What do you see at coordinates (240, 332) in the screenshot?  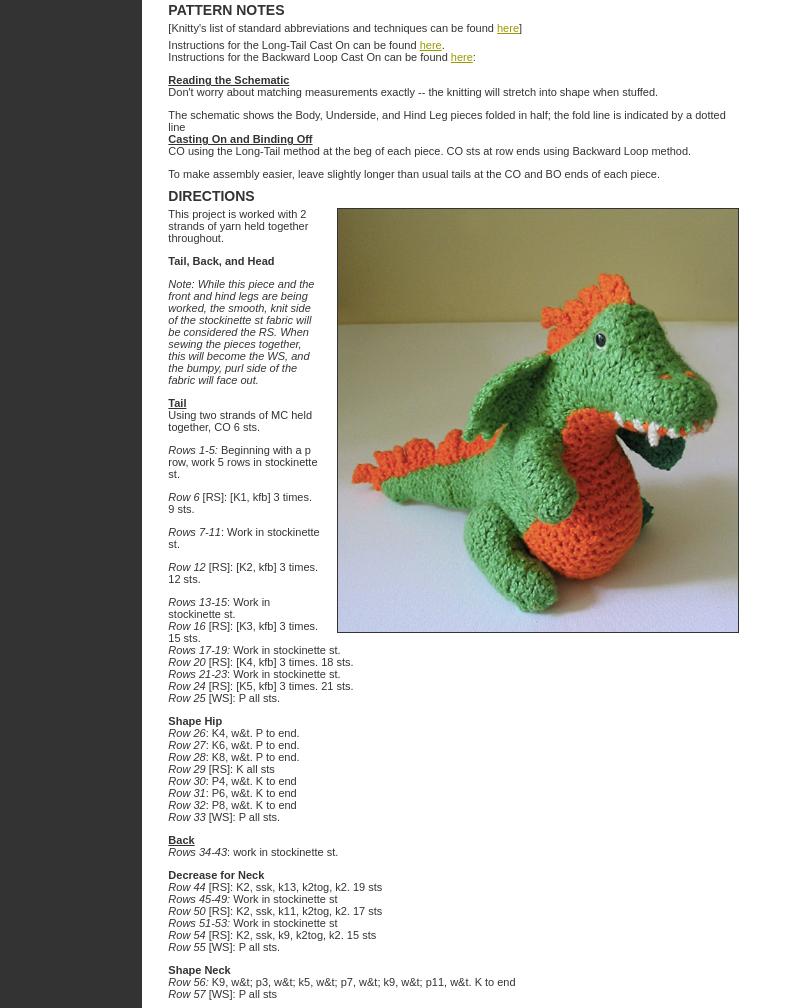 I see `'Note: While this piece and the front 
                              and hind legs are being worked, the smooth, 
                              knit side of the stockinette st fabric will 
                              be considered the RS. When sewing the pieces 
                              together, this will become the WS, and the 
                              bumpy, purl side of the fabric will face out.'` at bounding box center [240, 332].